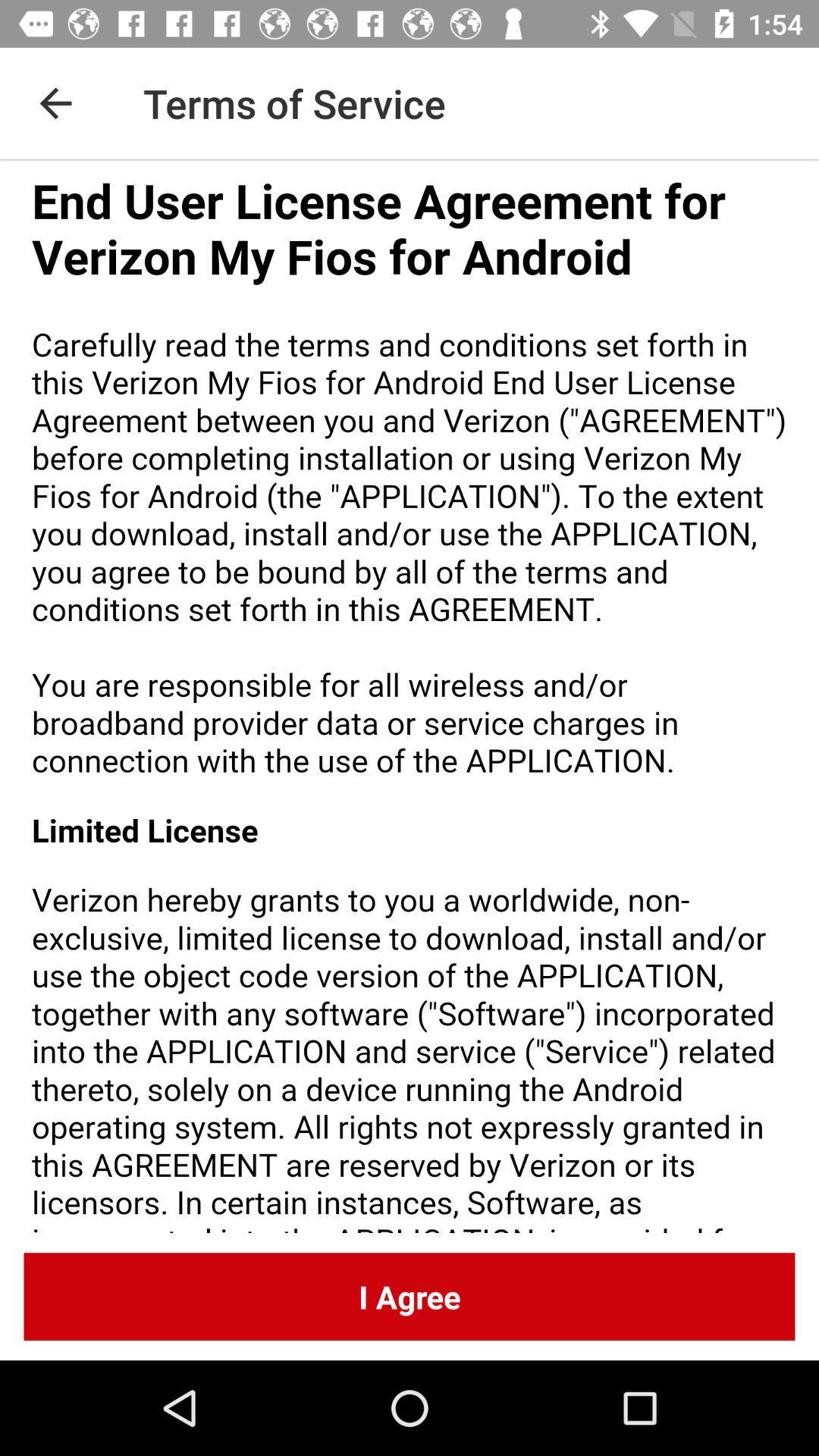  What do you see at coordinates (409, 695) in the screenshot?
I see `scroll through text` at bounding box center [409, 695].